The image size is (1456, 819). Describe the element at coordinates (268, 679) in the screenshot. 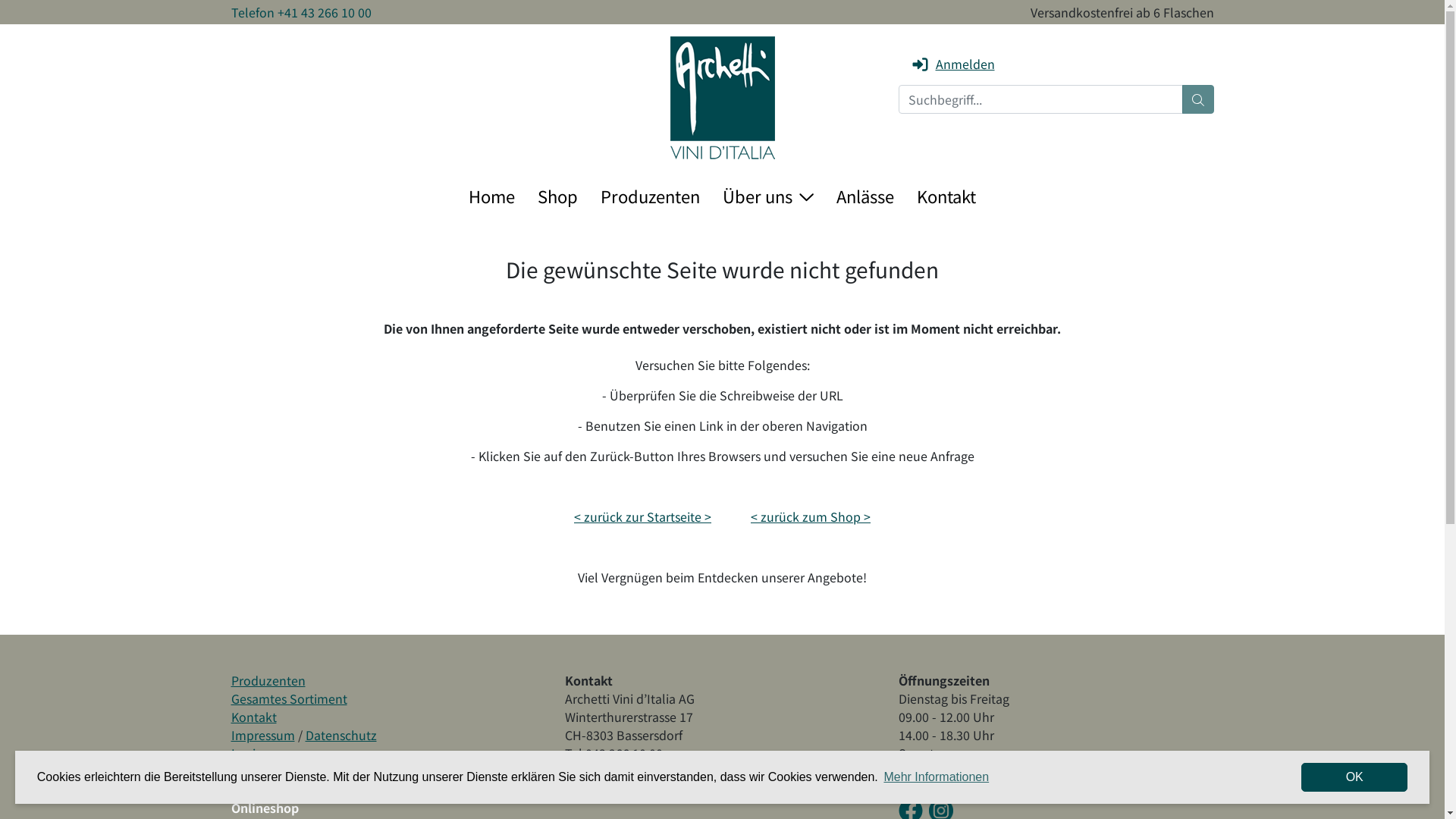

I see `'Produzenten'` at that location.